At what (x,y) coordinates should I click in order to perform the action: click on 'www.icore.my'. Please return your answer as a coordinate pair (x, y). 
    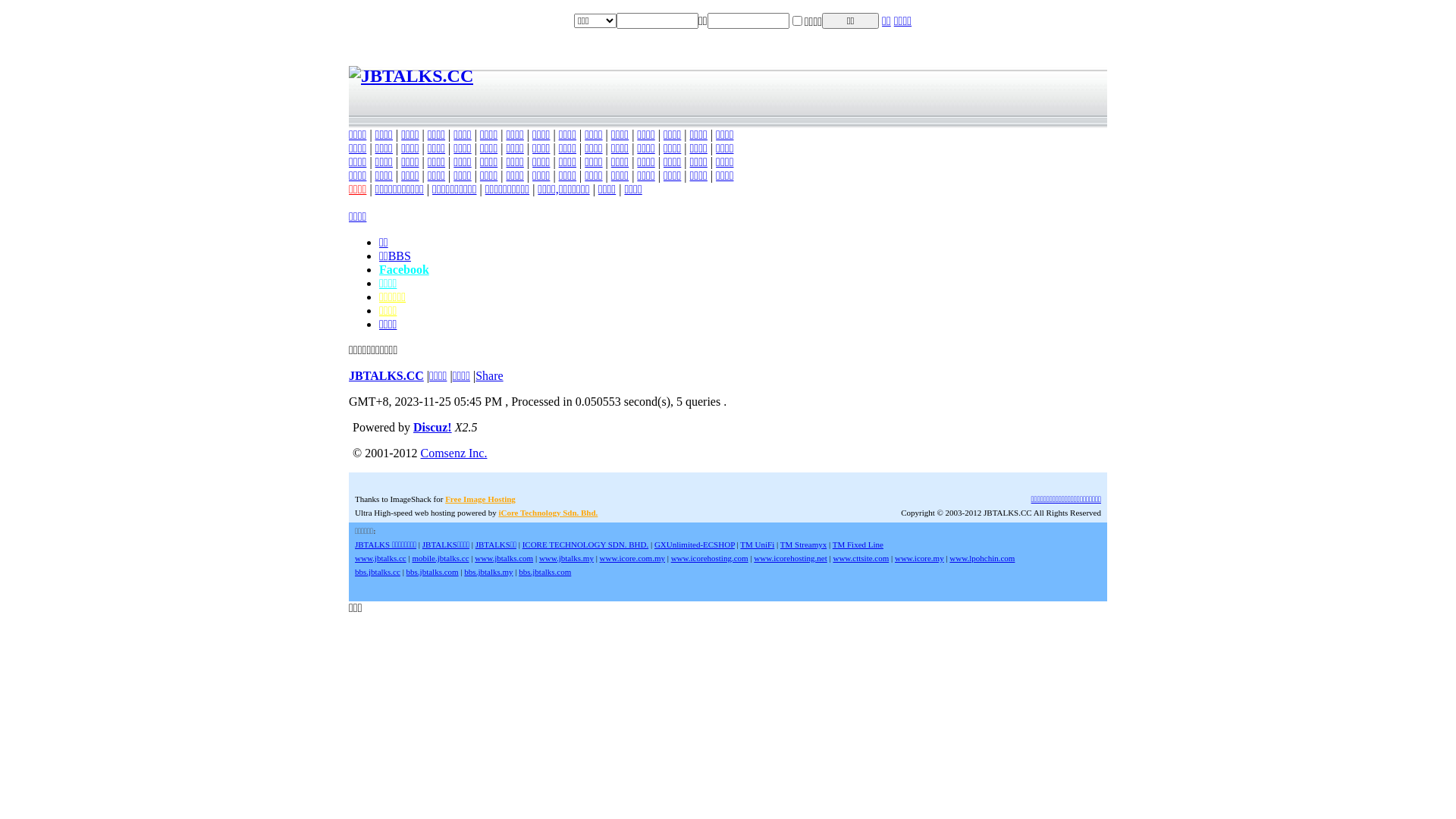
    Looking at the image, I should click on (895, 558).